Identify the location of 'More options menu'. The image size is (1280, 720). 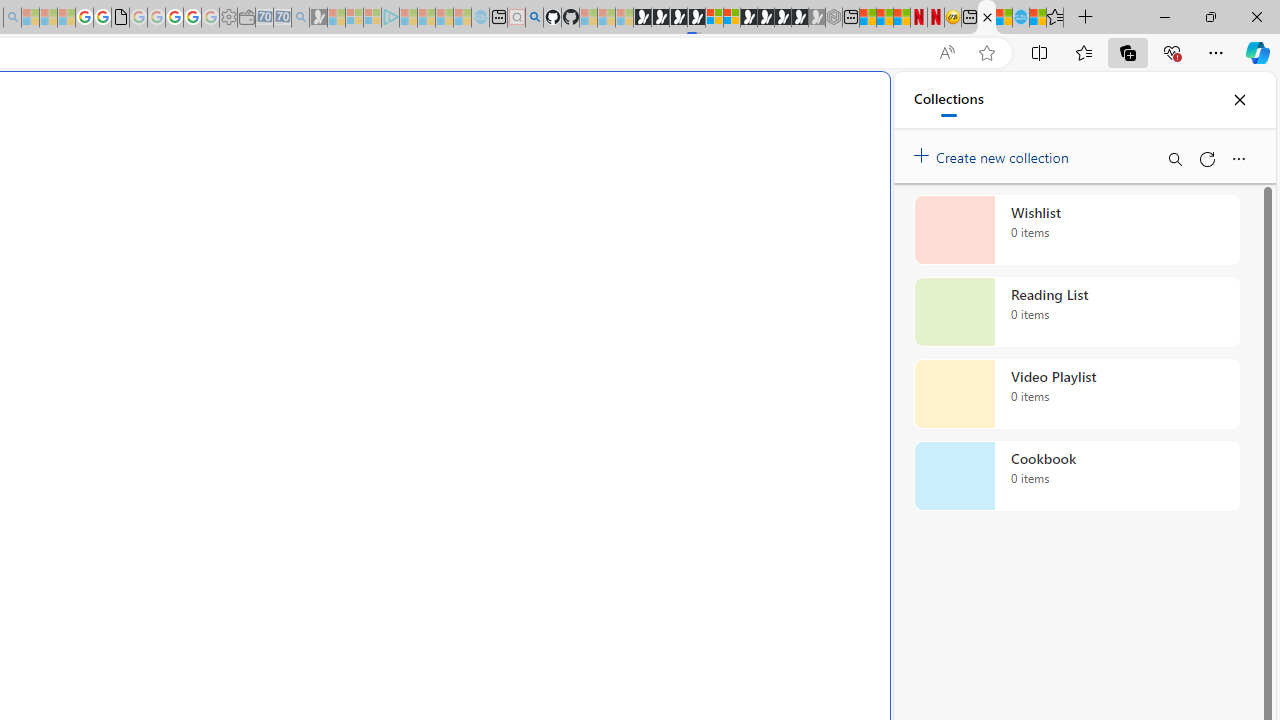
(1237, 158).